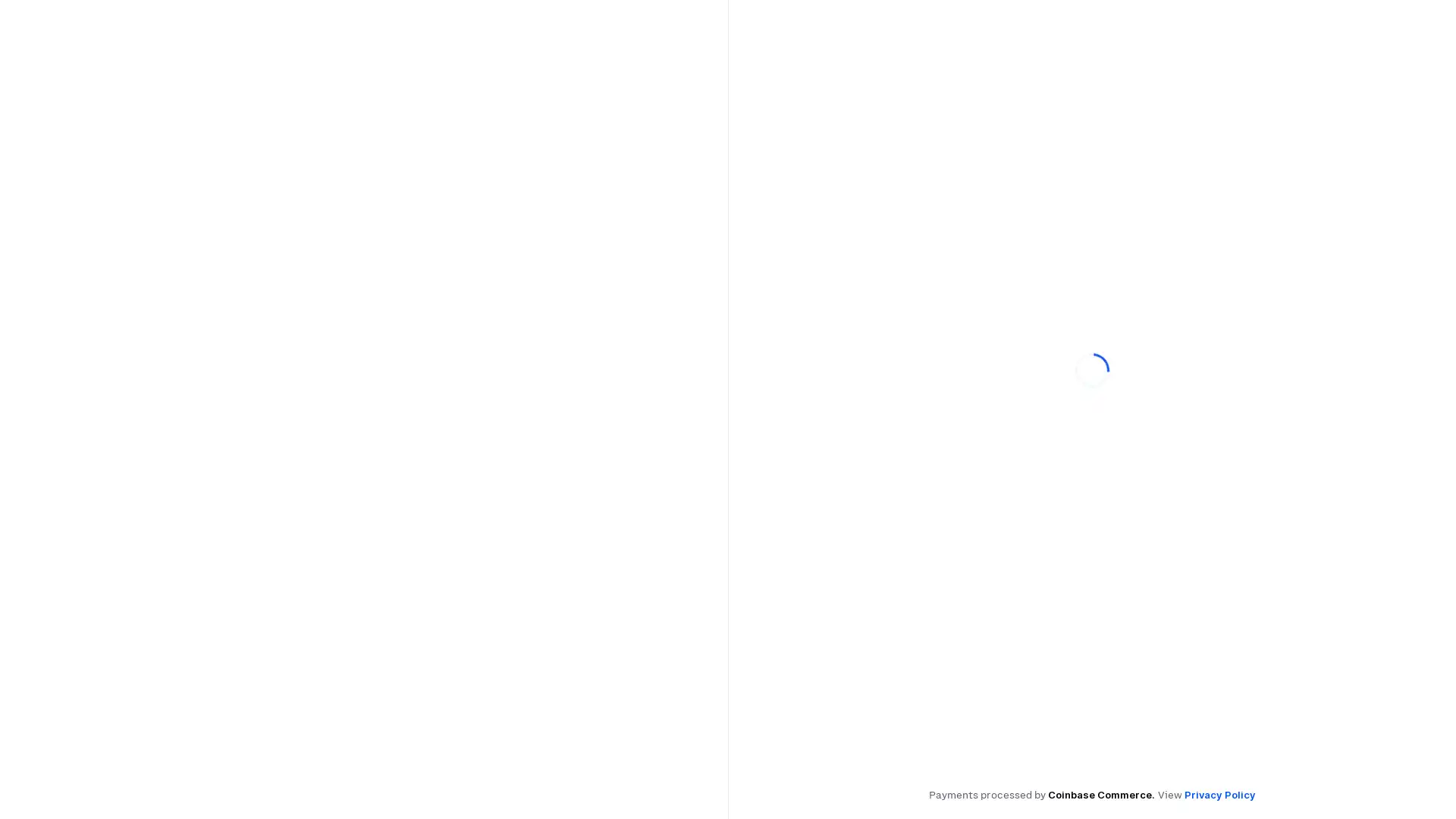 The image size is (1456, 819). I want to click on Litecoin Litecoin LTC, so click(1336, 366).